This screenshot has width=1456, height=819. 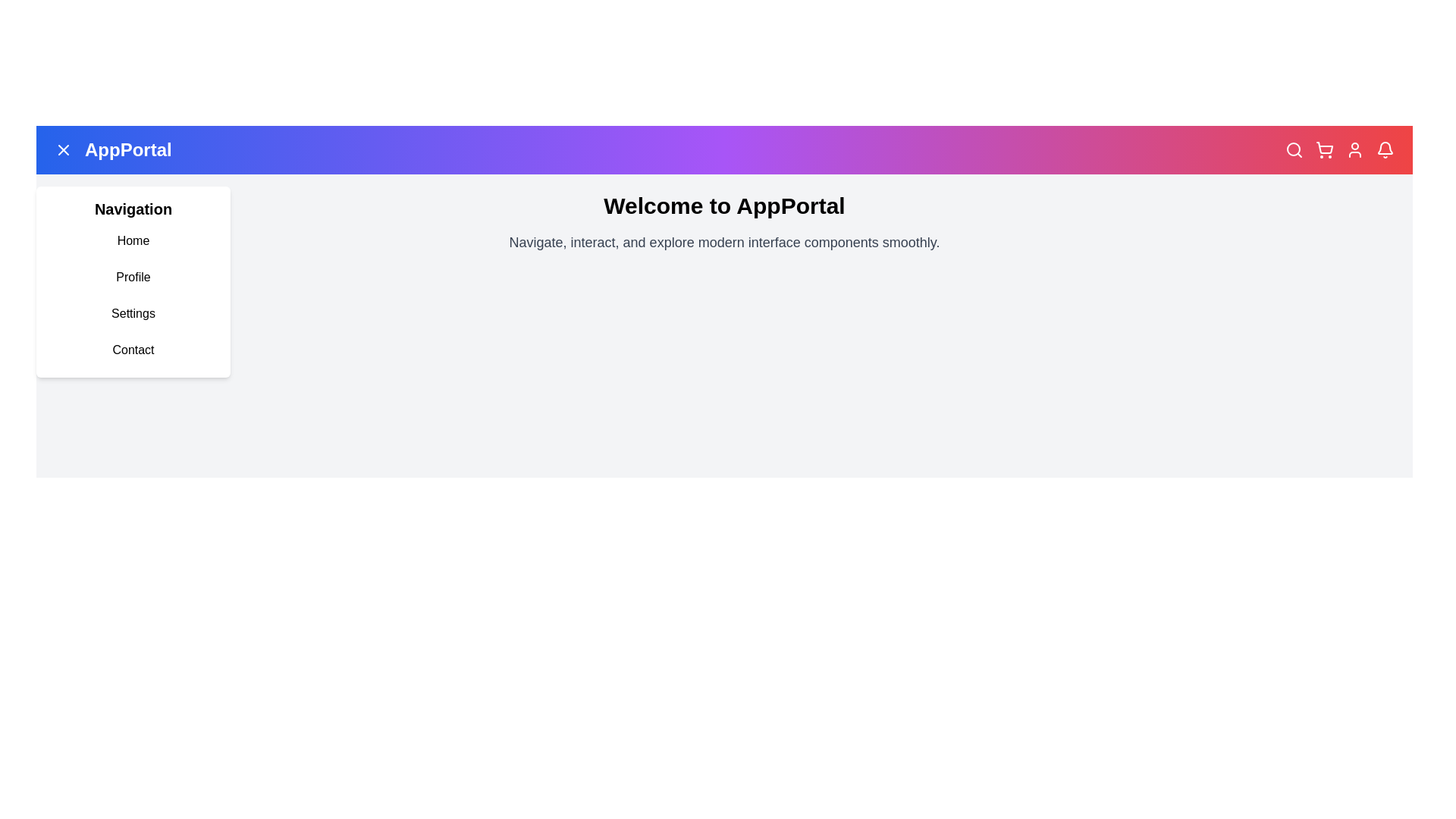 I want to click on the 'Home' text label, which is the first item in the vertical navigation menu displayed in bold sans-serif font inside a white rectangular section on the upper left of the interface to trigger a visual effect, so click(x=133, y=240).